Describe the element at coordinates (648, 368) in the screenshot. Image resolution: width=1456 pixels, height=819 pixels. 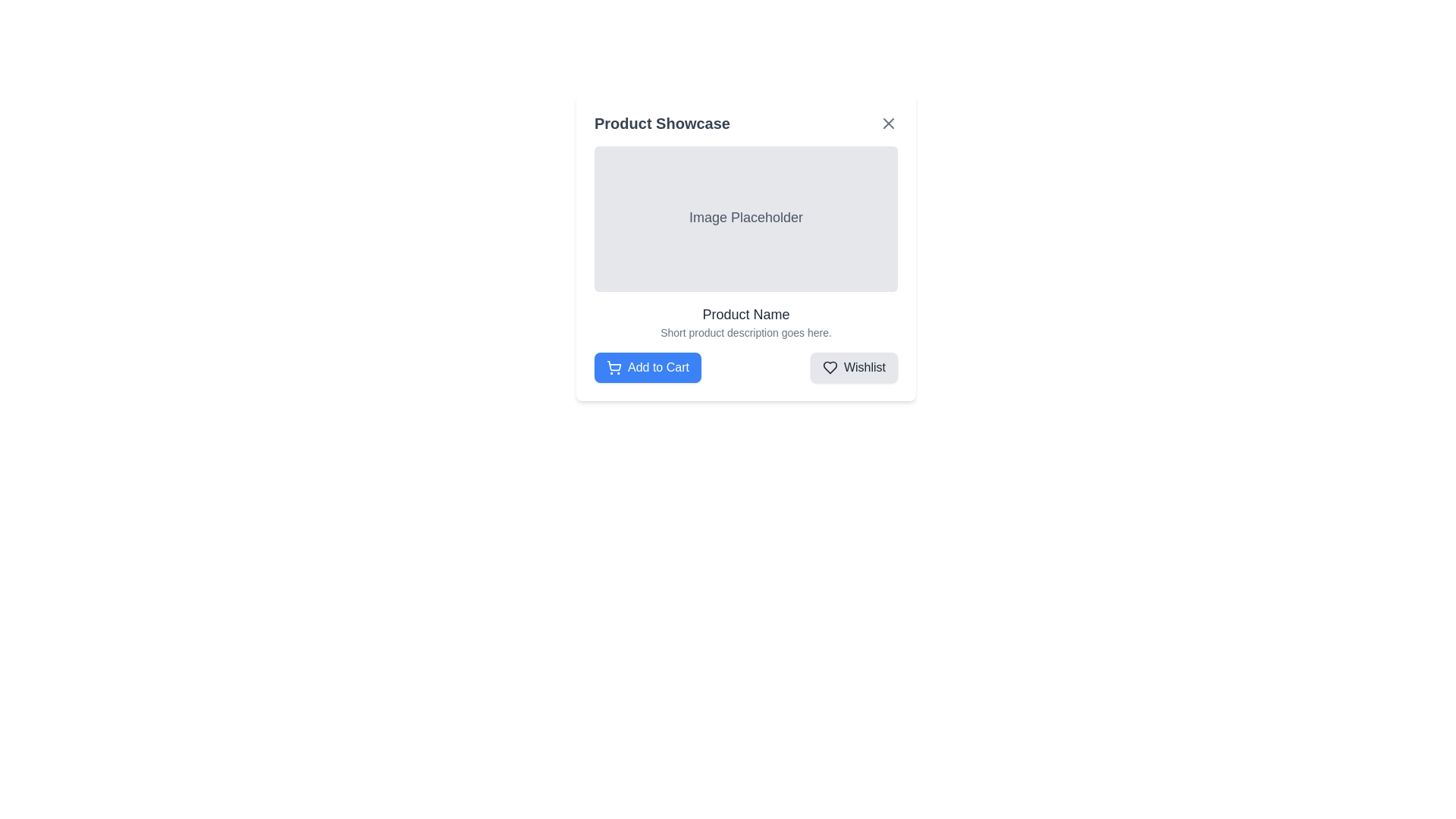
I see `the 'Add to Cart' button, which is a rectangular button with a blue background and white text, located at the bottom section of a card-like interface` at that location.